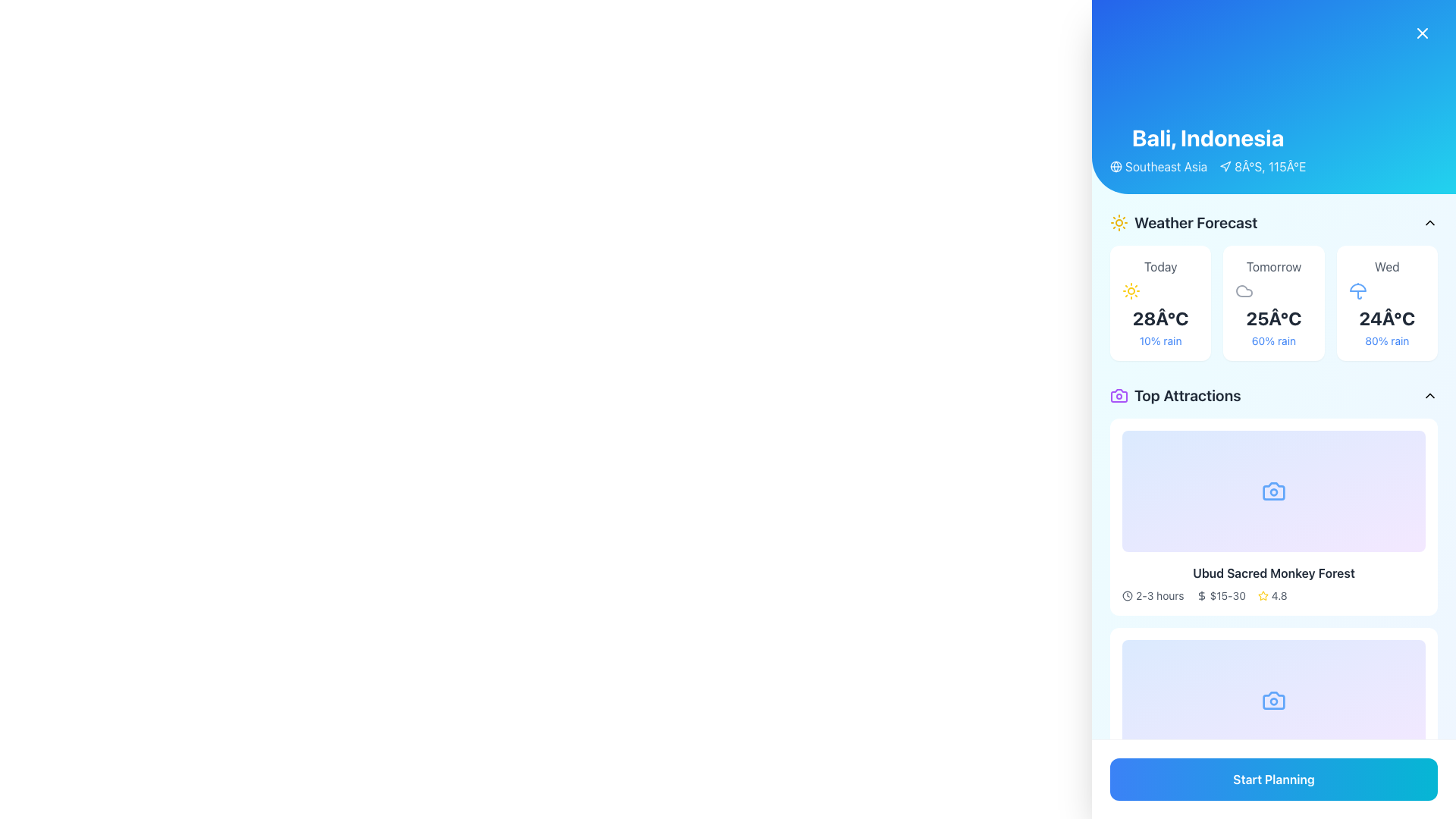 The width and height of the screenshot is (1456, 819). I want to click on heading element displaying 'Weather Forecast' in bold, extra-large deep gray font, located below the 'Bali, Indonesia' title, so click(1195, 222).